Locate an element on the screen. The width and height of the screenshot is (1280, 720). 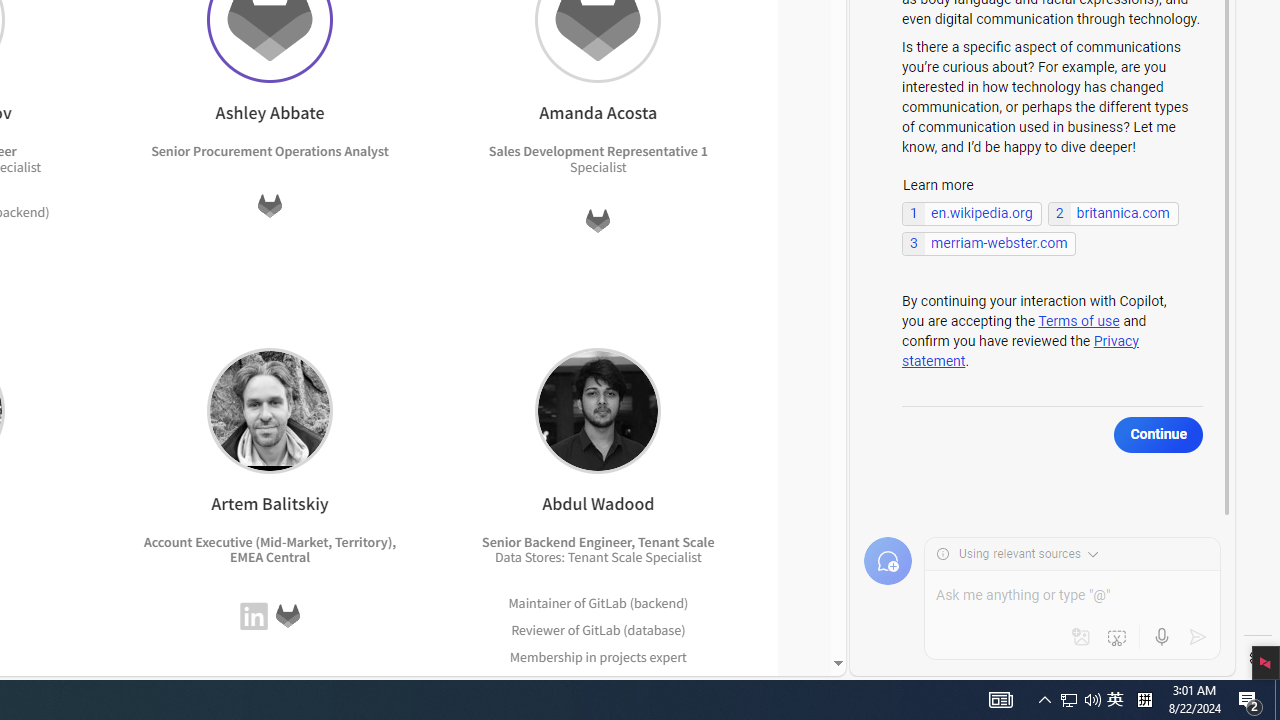
'Sales Development Representative 1' is located at coordinates (596, 150).